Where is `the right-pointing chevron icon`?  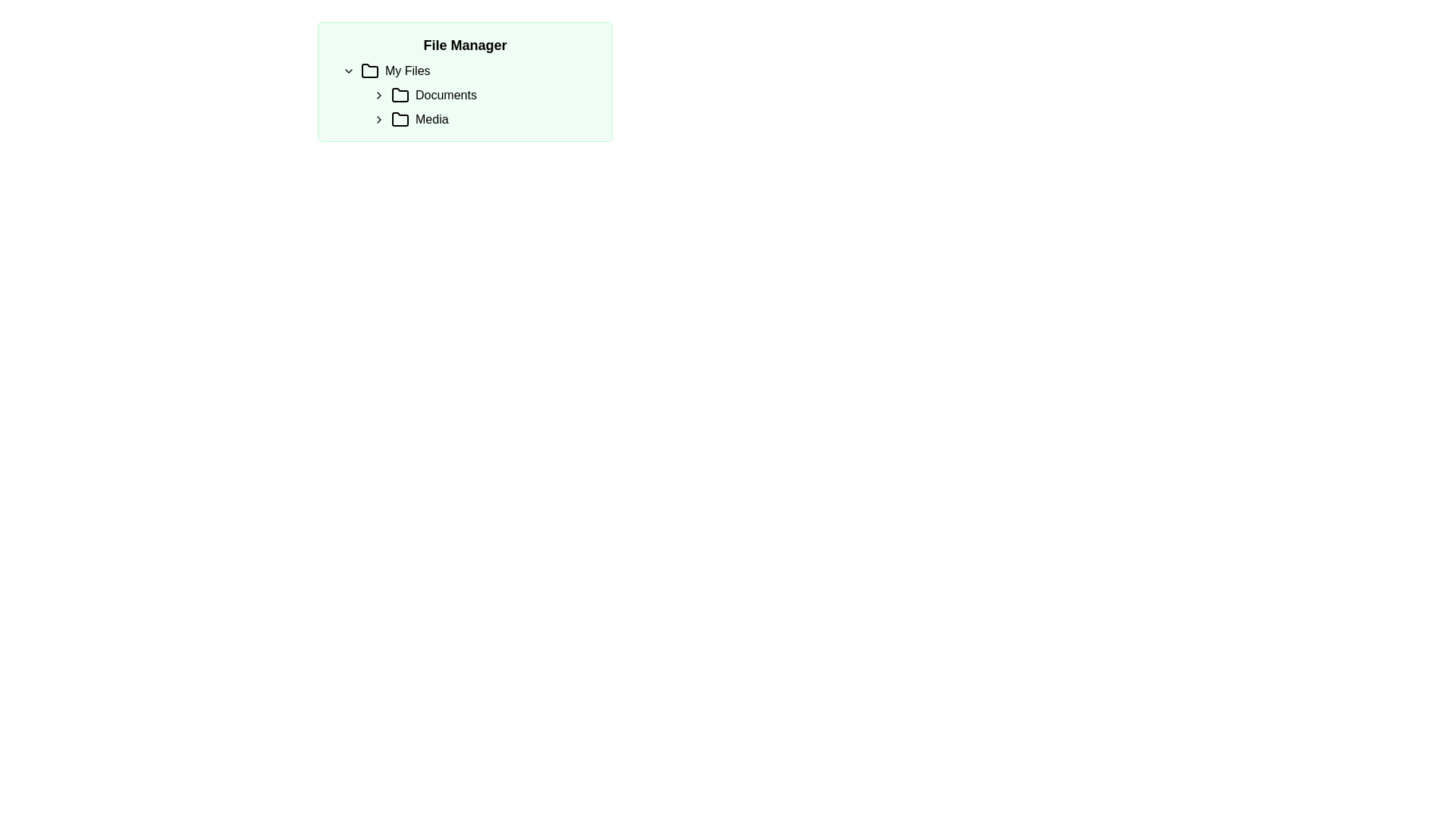
the right-pointing chevron icon is located at coordinates (378, 96).